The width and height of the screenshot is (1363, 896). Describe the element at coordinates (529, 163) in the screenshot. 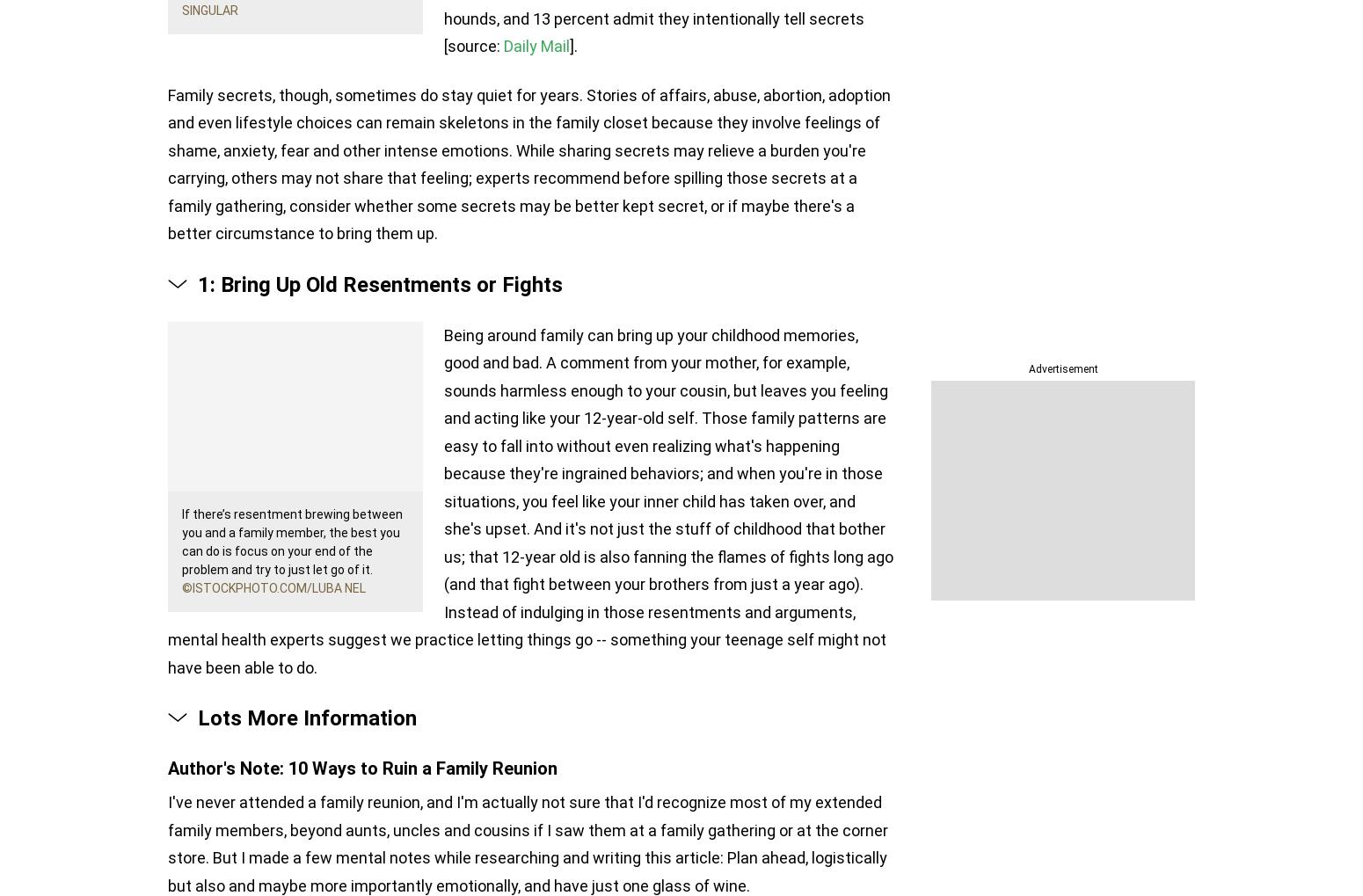

I see `'Family secrets, though, sometimes do stay quiet for years. Stories of affairs, abuse, abortion, adoption and even lifestyle choices can remain skeletons in the family closet because they involve feelings of shame, anxiety, fear and other intense emotions. While sharing secrets may relieve a burden you're carrying, others may not share that feeling; experts recommend before spilling those secrets at a family gathering, consider whether some secrets may be better kept secret, or if maybe there's a better circumstance to bring them up.'` at that location.